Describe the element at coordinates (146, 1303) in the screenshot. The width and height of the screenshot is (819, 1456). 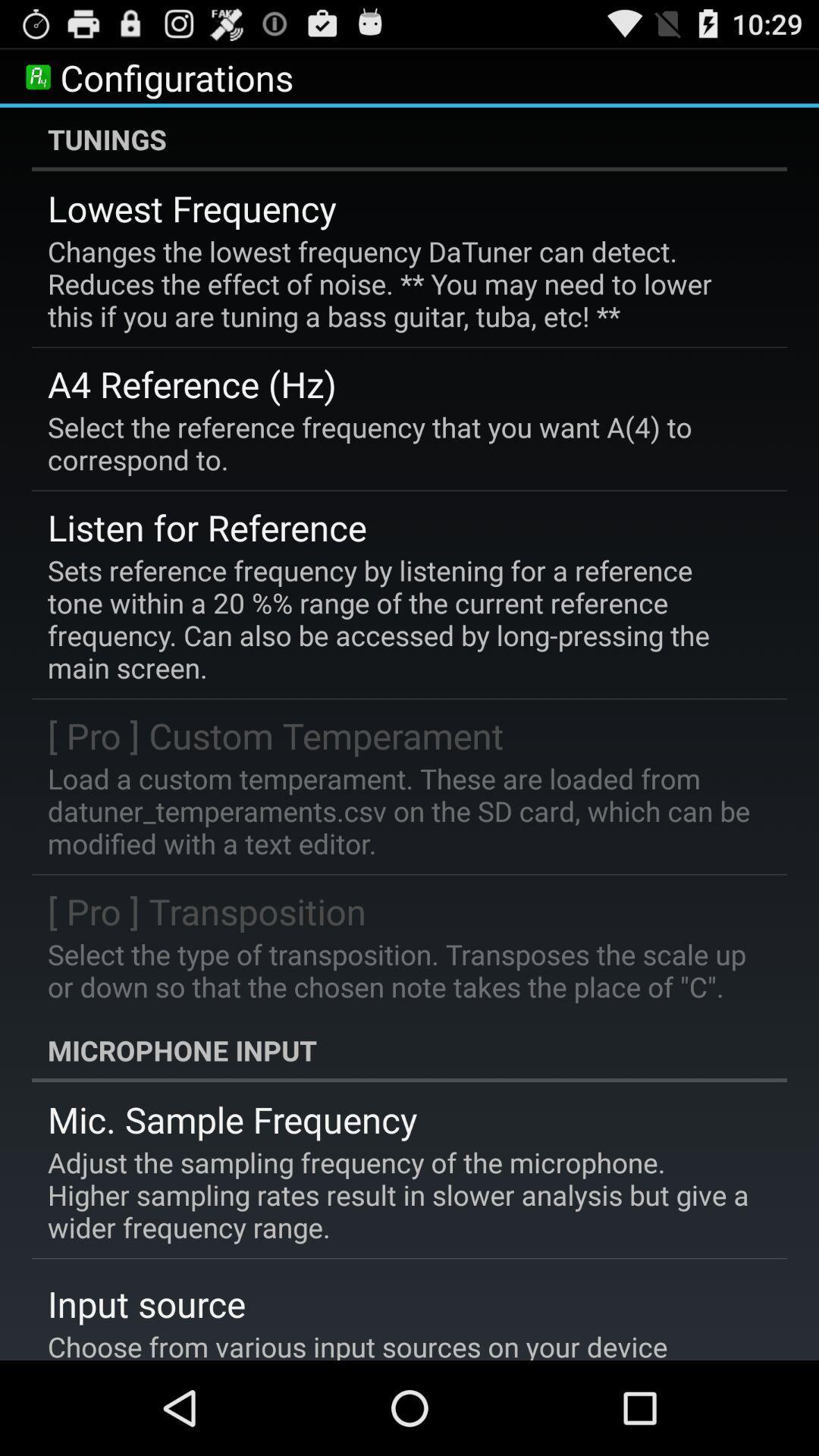
I see `the input source app` at that location.